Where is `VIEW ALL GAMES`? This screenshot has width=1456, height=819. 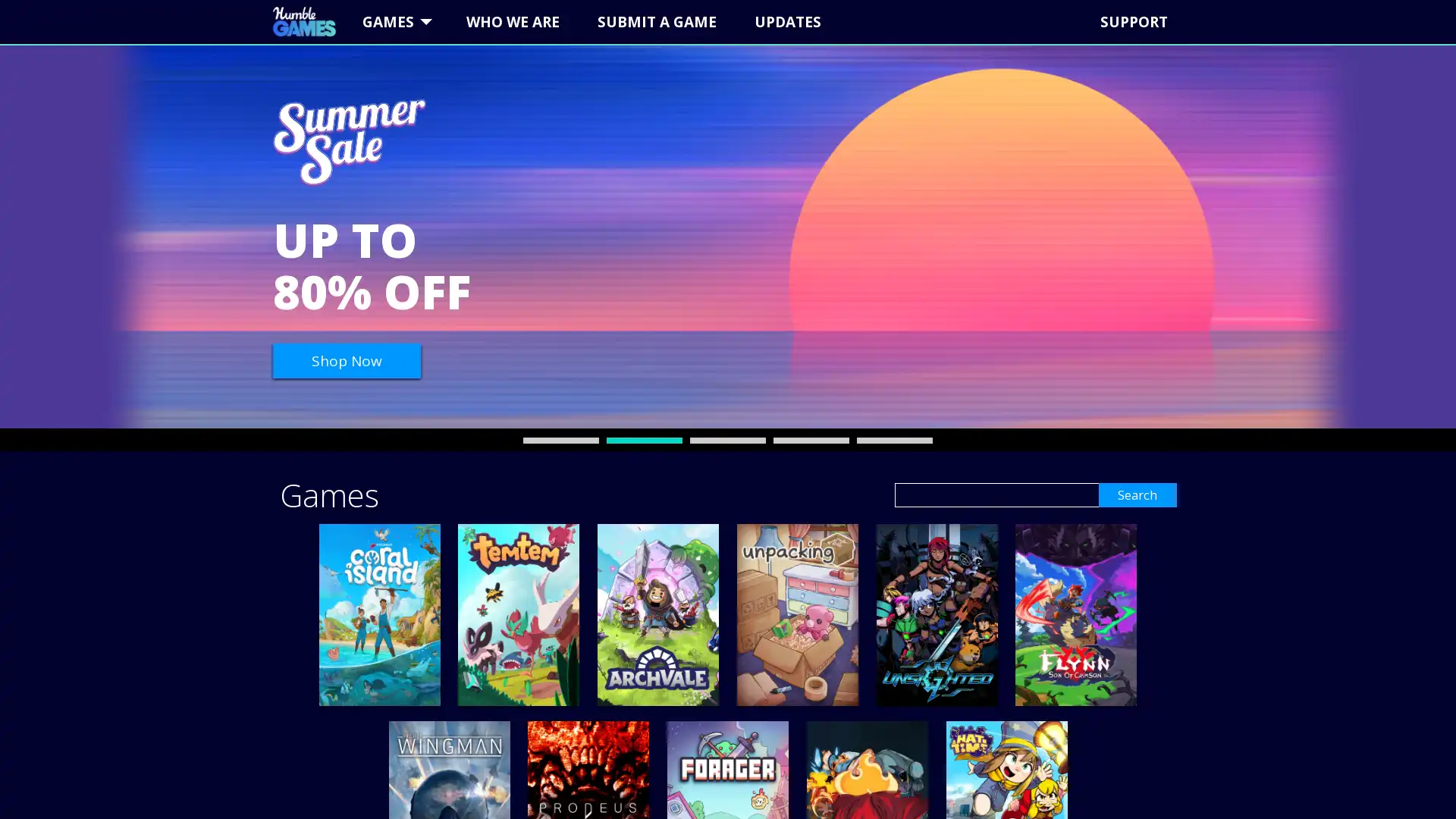
VIEW ALL GAMES is located at coordinates (989, 138).